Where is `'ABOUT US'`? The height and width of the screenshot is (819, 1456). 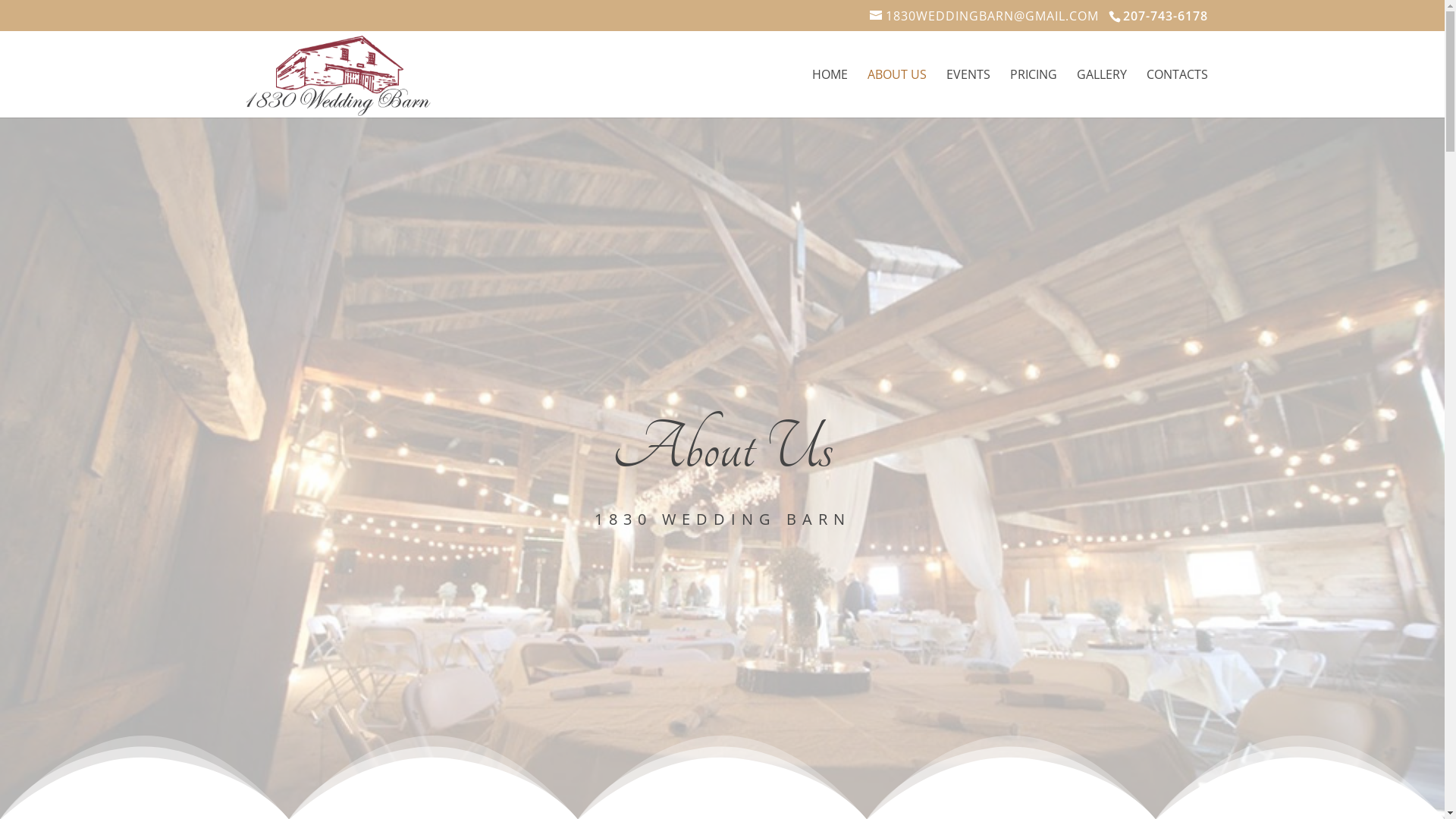 'ABOUT US' is located at coordinates (896, 93).